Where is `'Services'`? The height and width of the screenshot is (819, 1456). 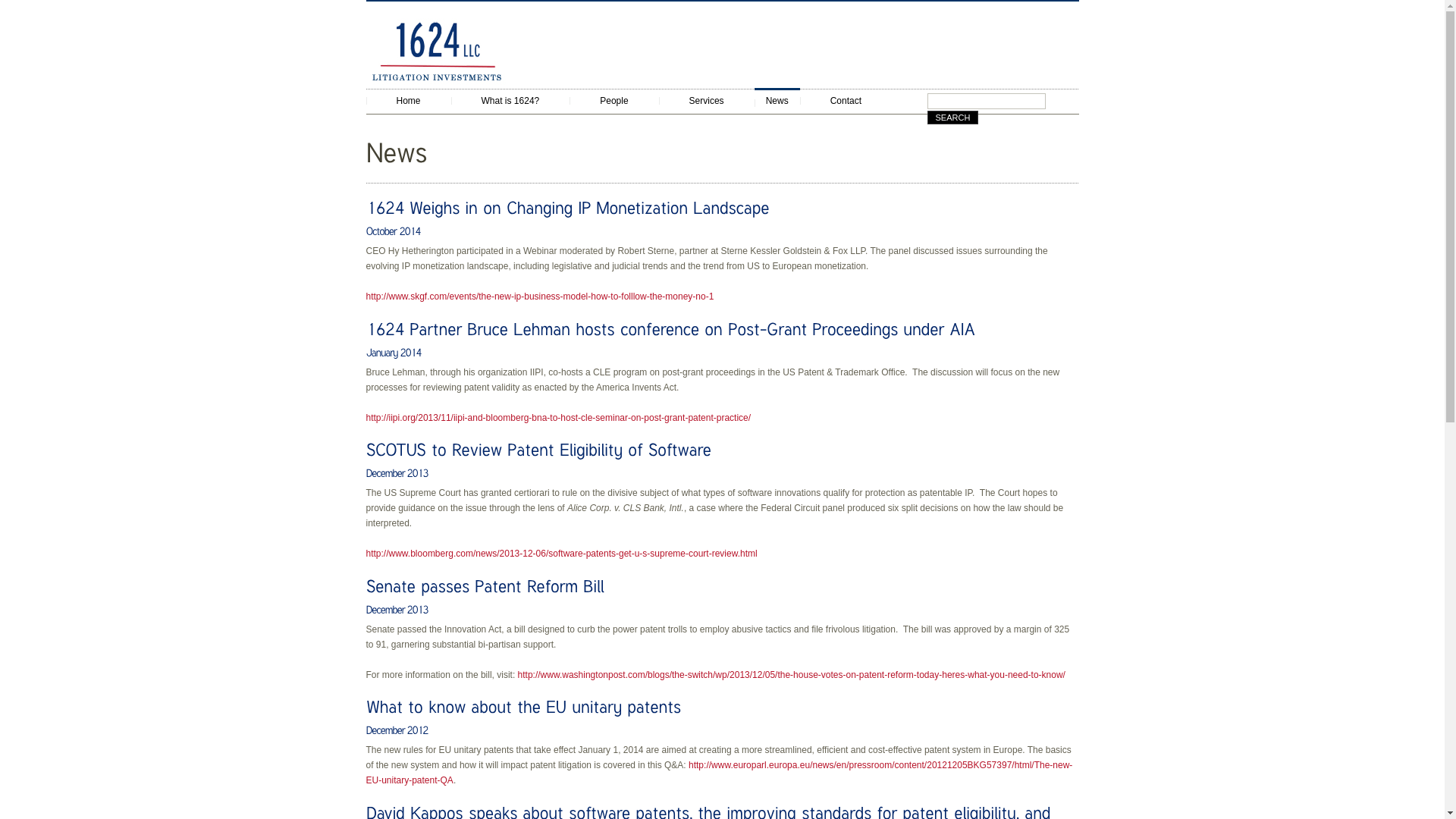 'Services' is located at coordinates (705, 100).